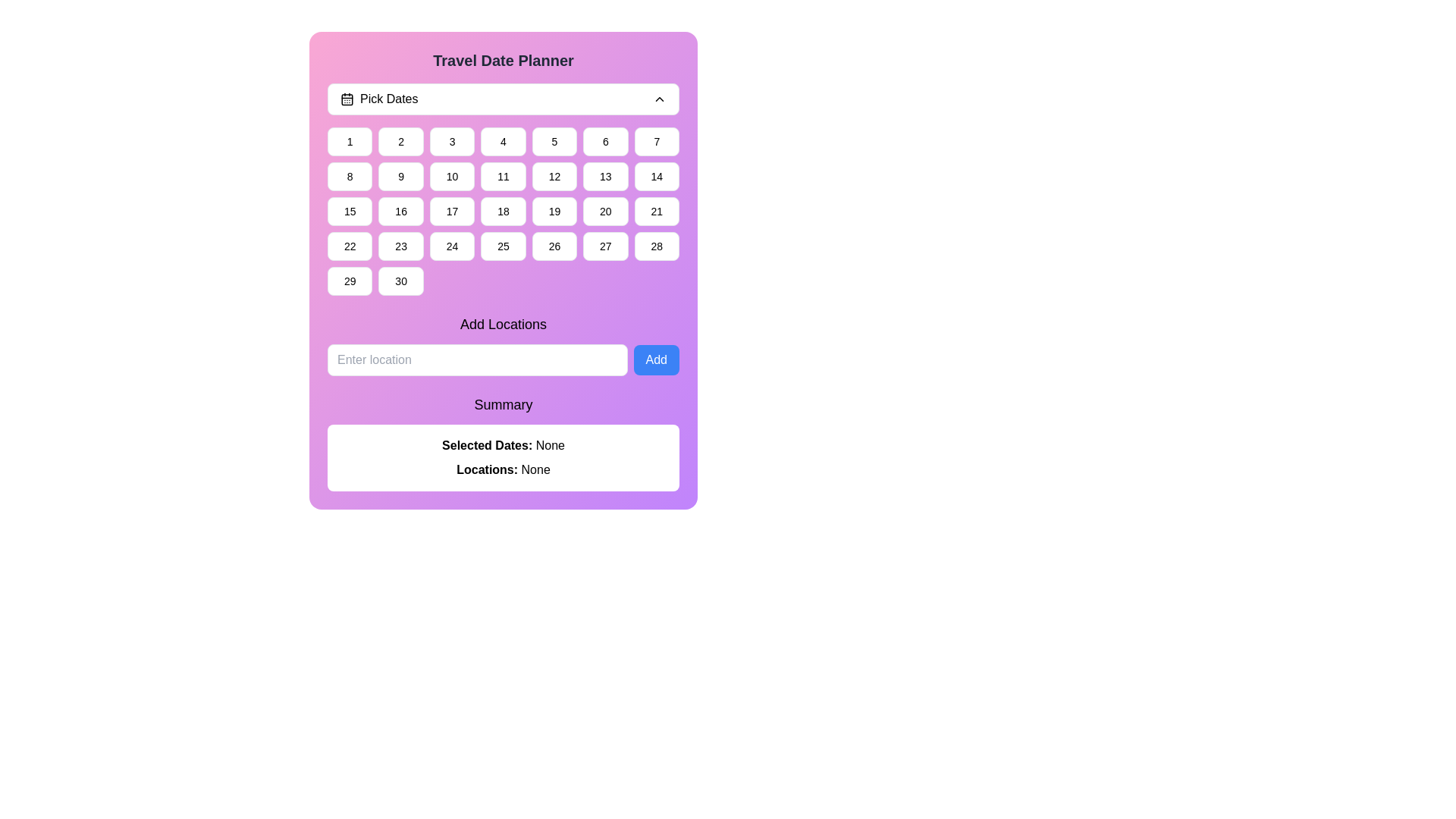 The width and height of the screenshot is (1456, 819). What do you see at coordinates (604, 175) in the screenshot?
I see `the date selection button for the 13th in the second row and sixth column of the grid under the 'Pick Dates' label to observe the hover effect` at bounding box center [604, 175].